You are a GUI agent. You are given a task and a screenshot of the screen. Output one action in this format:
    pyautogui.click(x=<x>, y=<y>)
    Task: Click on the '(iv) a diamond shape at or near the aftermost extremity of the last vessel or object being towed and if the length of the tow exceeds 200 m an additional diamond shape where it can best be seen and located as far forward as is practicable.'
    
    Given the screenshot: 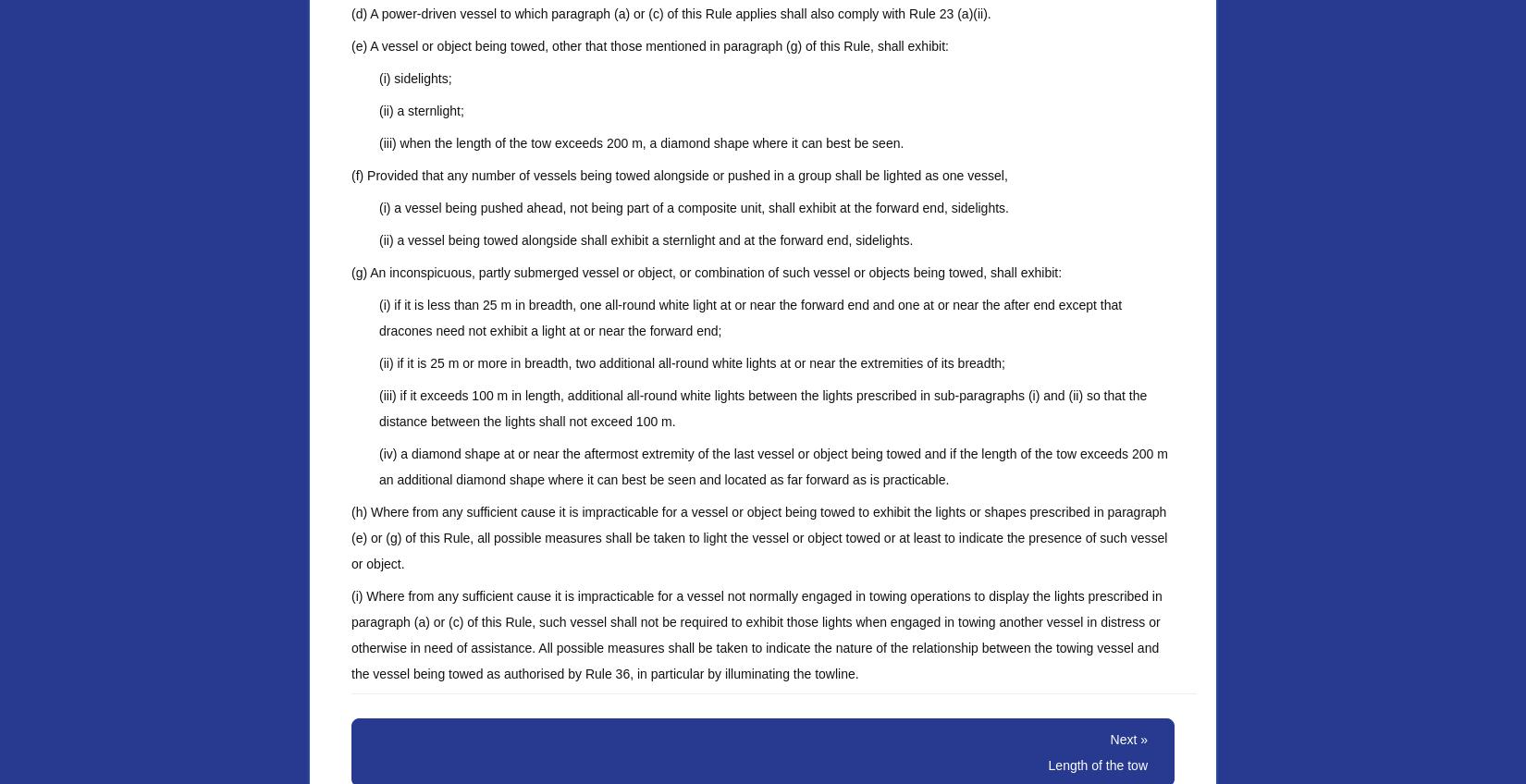 What is the action you would take?
    pyautogui.click(x=773, y=466)
    